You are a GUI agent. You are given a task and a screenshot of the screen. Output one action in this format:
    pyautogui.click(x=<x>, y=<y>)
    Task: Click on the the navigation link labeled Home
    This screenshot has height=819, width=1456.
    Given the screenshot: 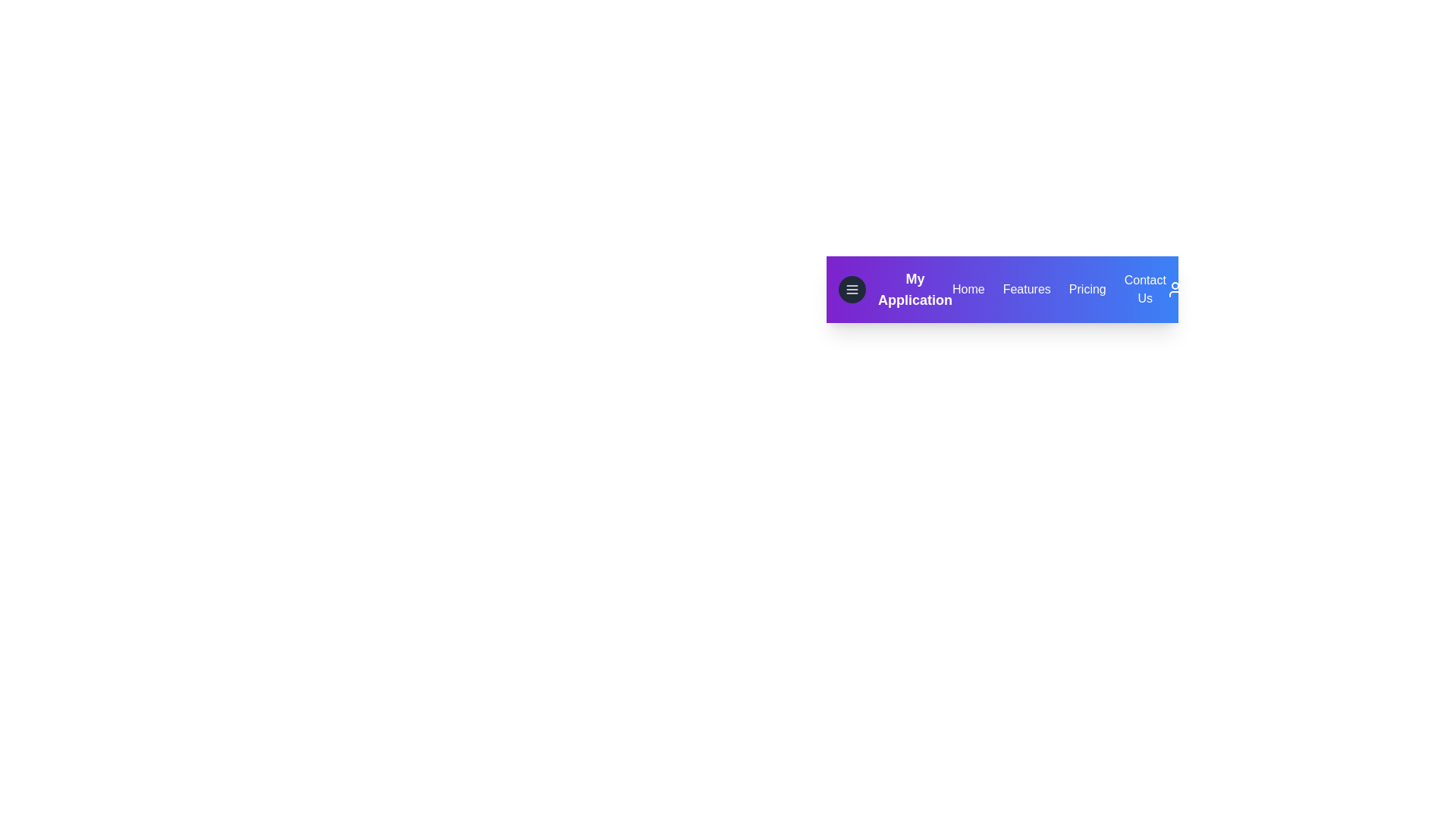 What is the action you would take?
    pyautogui.click(x=967, y=289)
    